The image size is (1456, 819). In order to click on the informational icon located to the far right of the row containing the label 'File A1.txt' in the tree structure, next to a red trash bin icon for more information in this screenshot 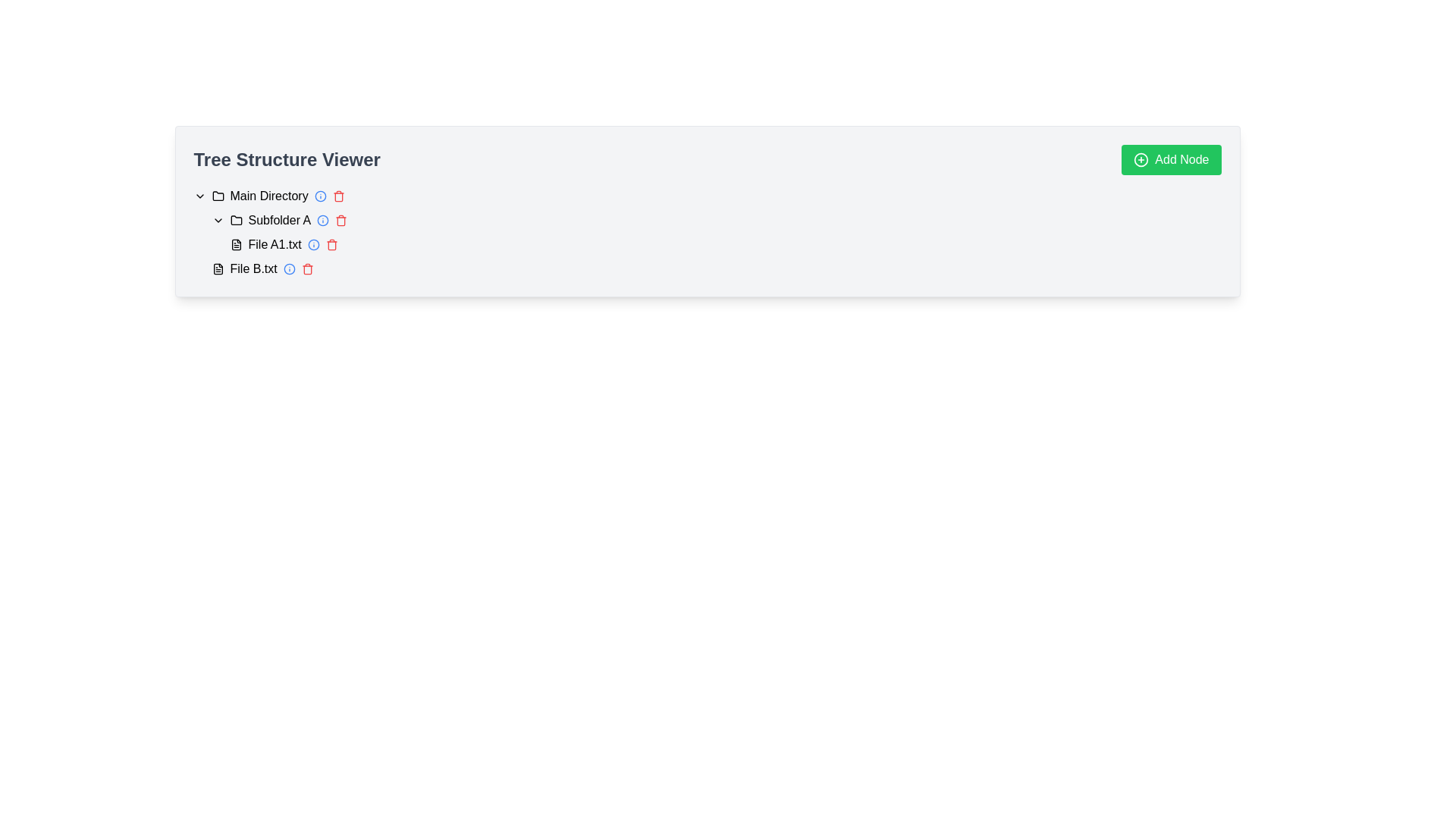, I will do `click(312, 244)`.